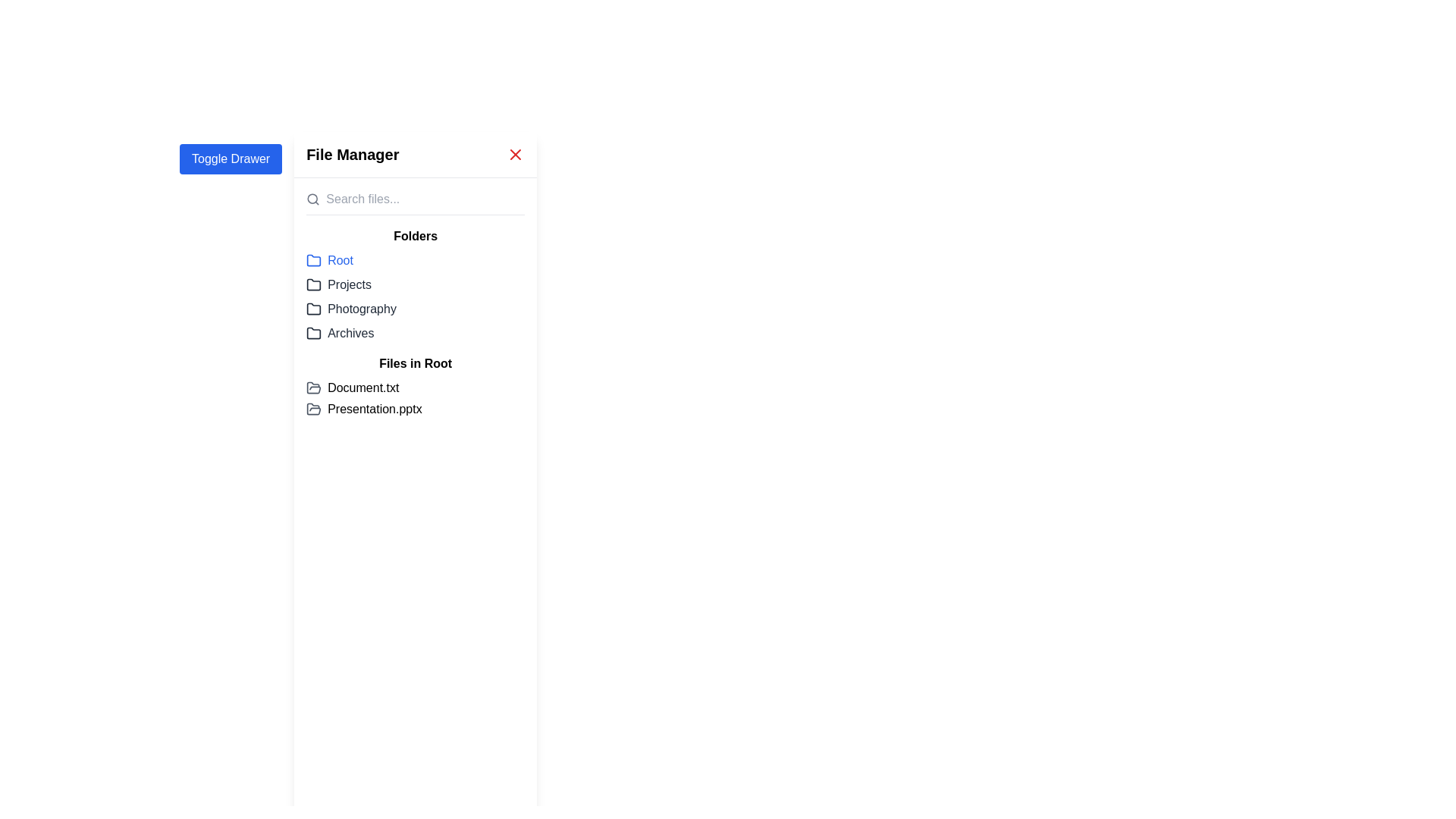  Describe the element at coordinates (416, 237) in the screenshot. I see `the bold text label that reads 'Folders' in the header area of the list section within the File Manager interface, which serves as a title for the folder items` at that location.